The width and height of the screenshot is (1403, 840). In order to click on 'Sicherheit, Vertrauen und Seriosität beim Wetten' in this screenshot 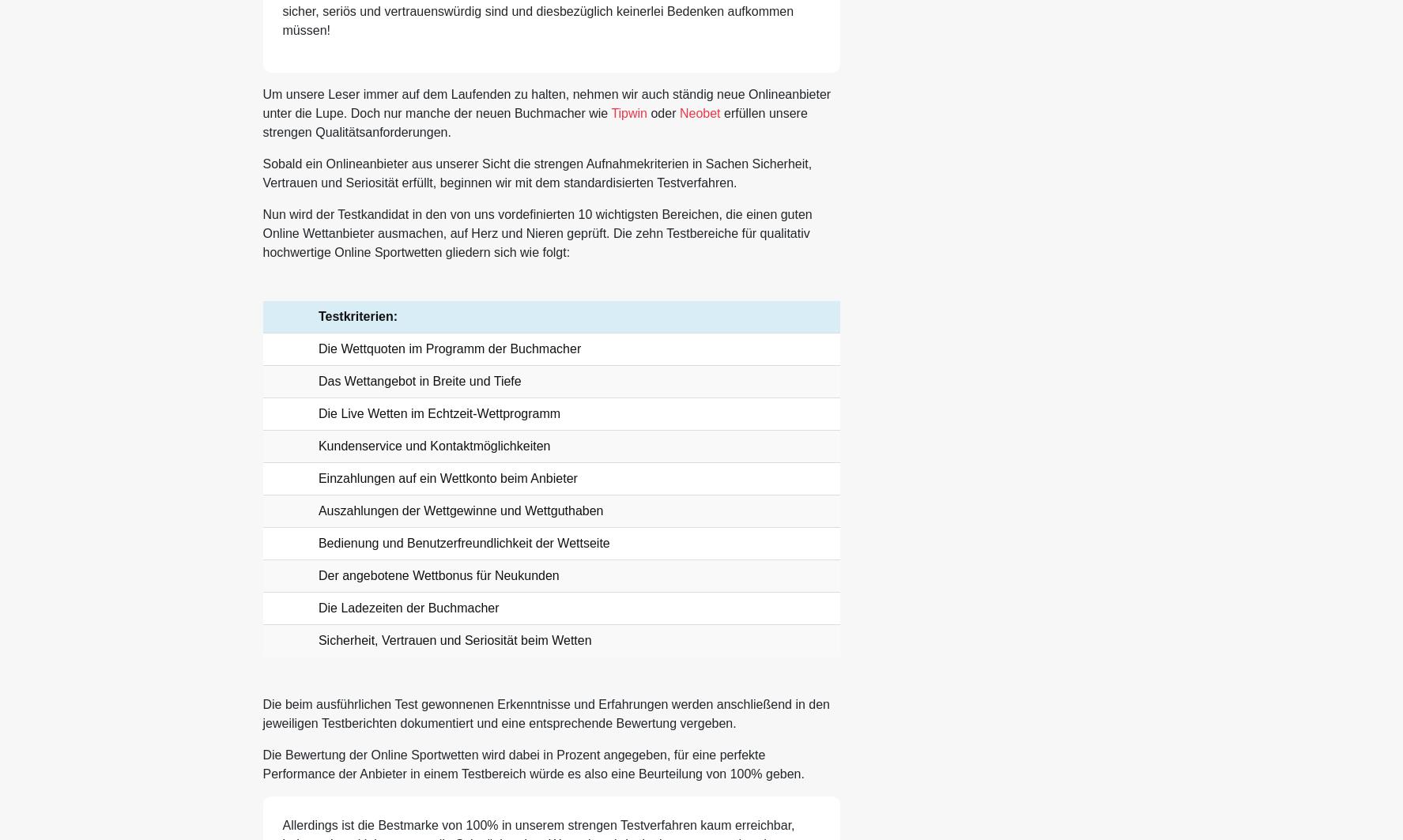, I will do `click(454, 639)`.